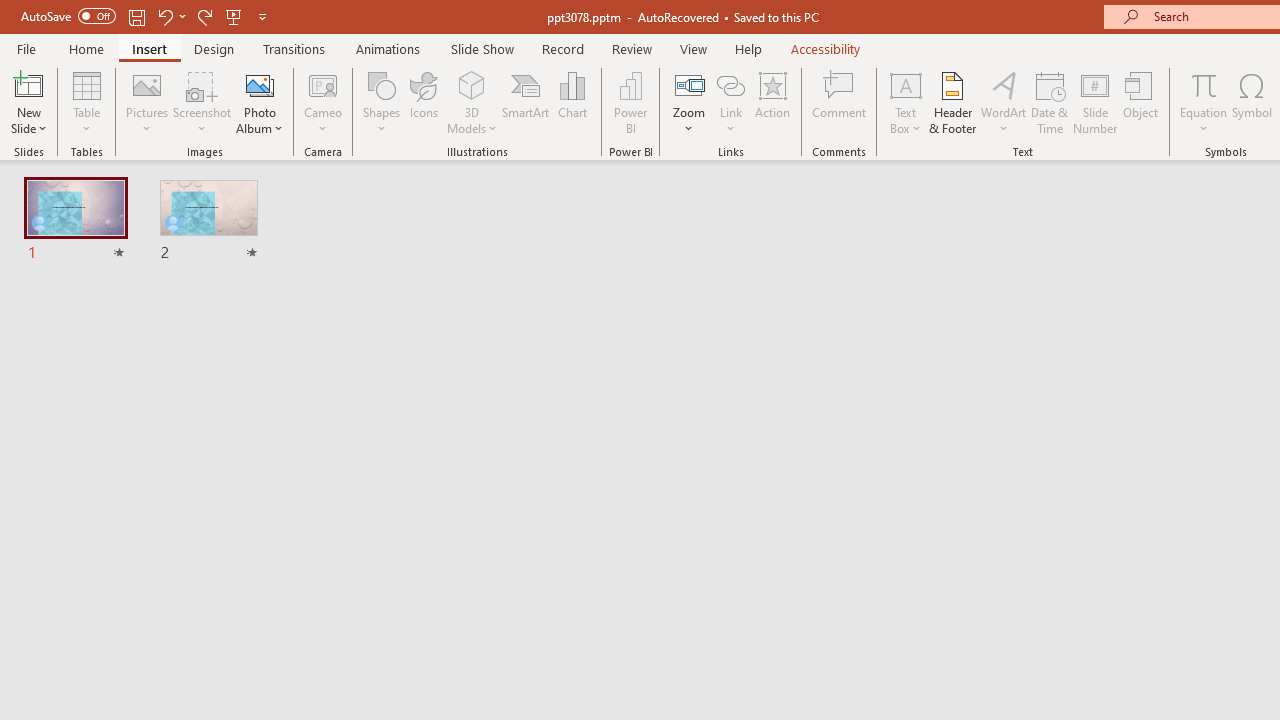  What do you see at coordinates (471, 103) in the screenshot?
I see `'3D Models'` at bounding box center [471, 103].